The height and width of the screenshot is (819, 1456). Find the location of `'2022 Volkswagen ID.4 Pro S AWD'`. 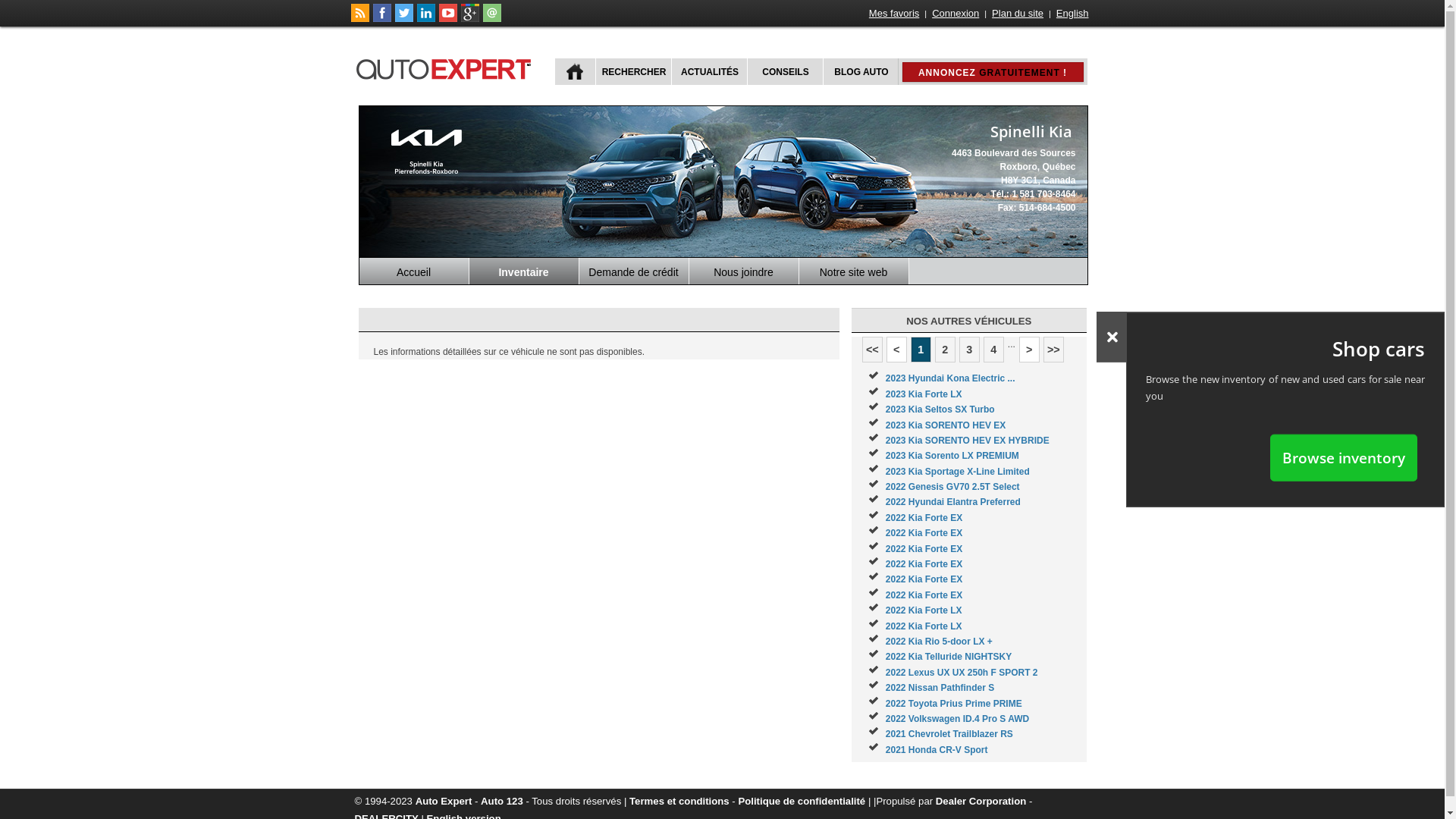

'2022 Volkswagen ID.4 Pro S AWD' is located at coordinates (956, 718).